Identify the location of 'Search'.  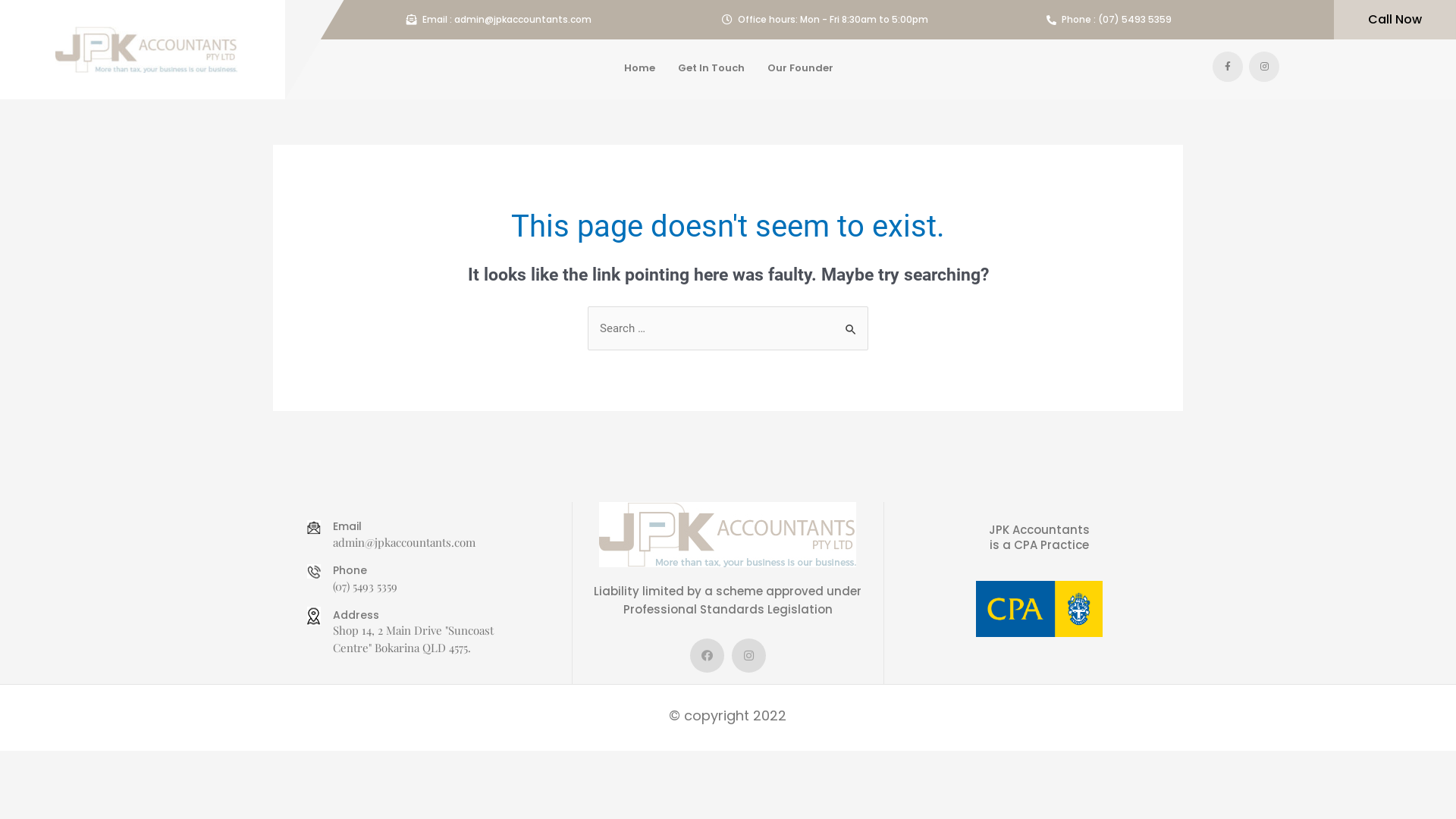
(851, 321).